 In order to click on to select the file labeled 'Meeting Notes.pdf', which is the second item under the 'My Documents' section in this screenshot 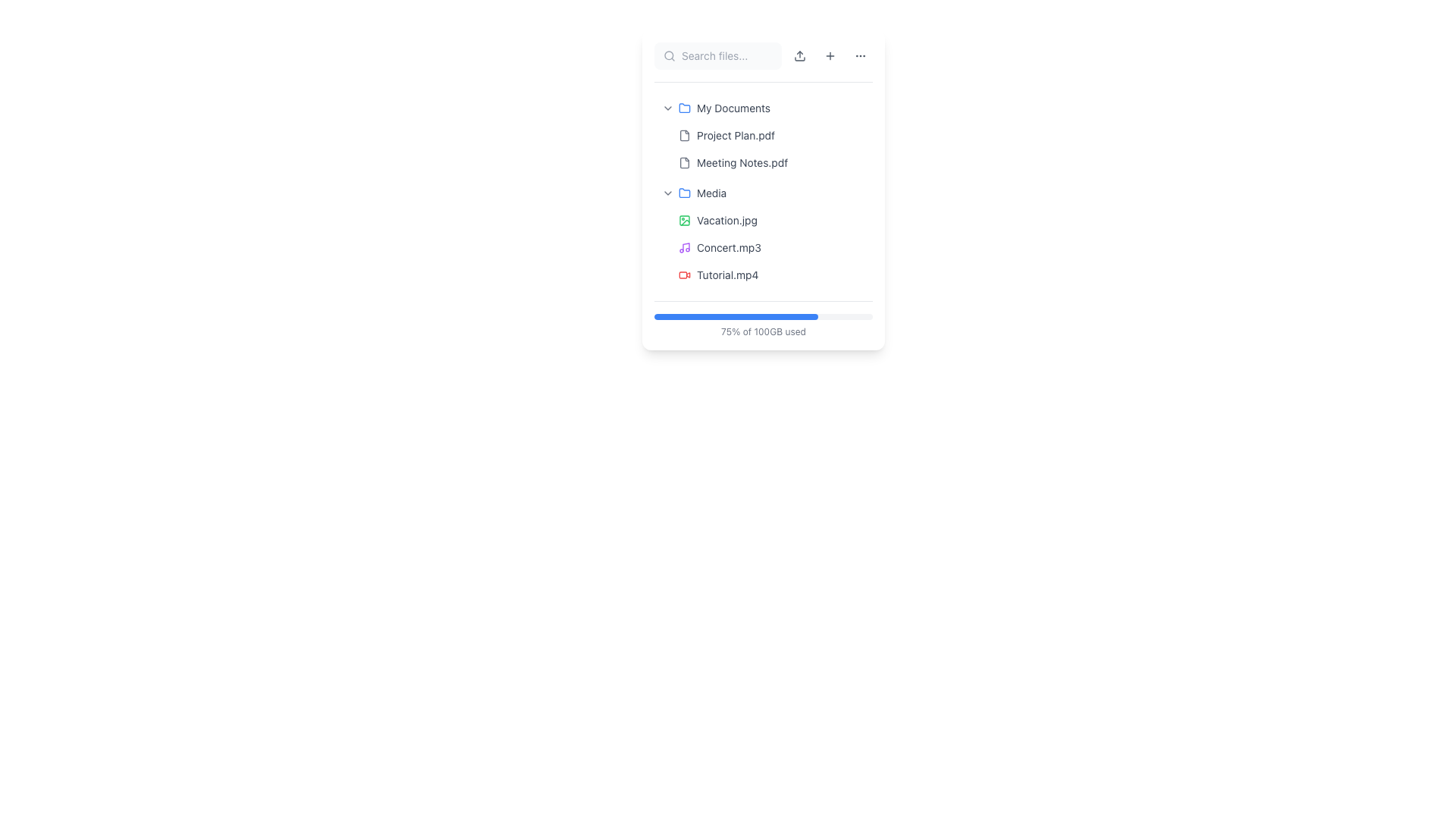, I will do `click(742, 163)`.